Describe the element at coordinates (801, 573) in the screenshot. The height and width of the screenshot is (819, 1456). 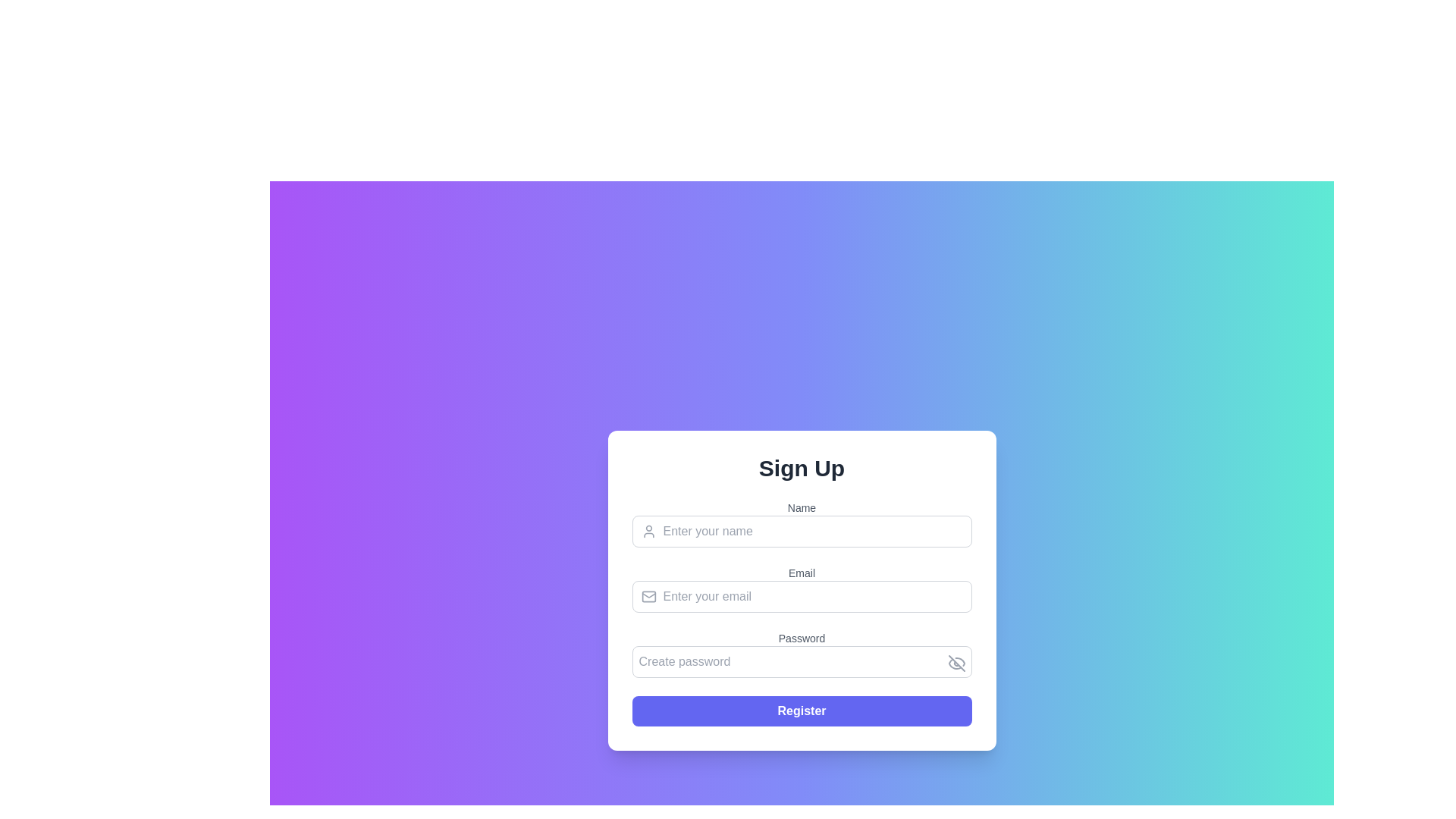
I see `the Text Label that indicates the purpose of the email input field, located above the email input area in the form interface` at that location.